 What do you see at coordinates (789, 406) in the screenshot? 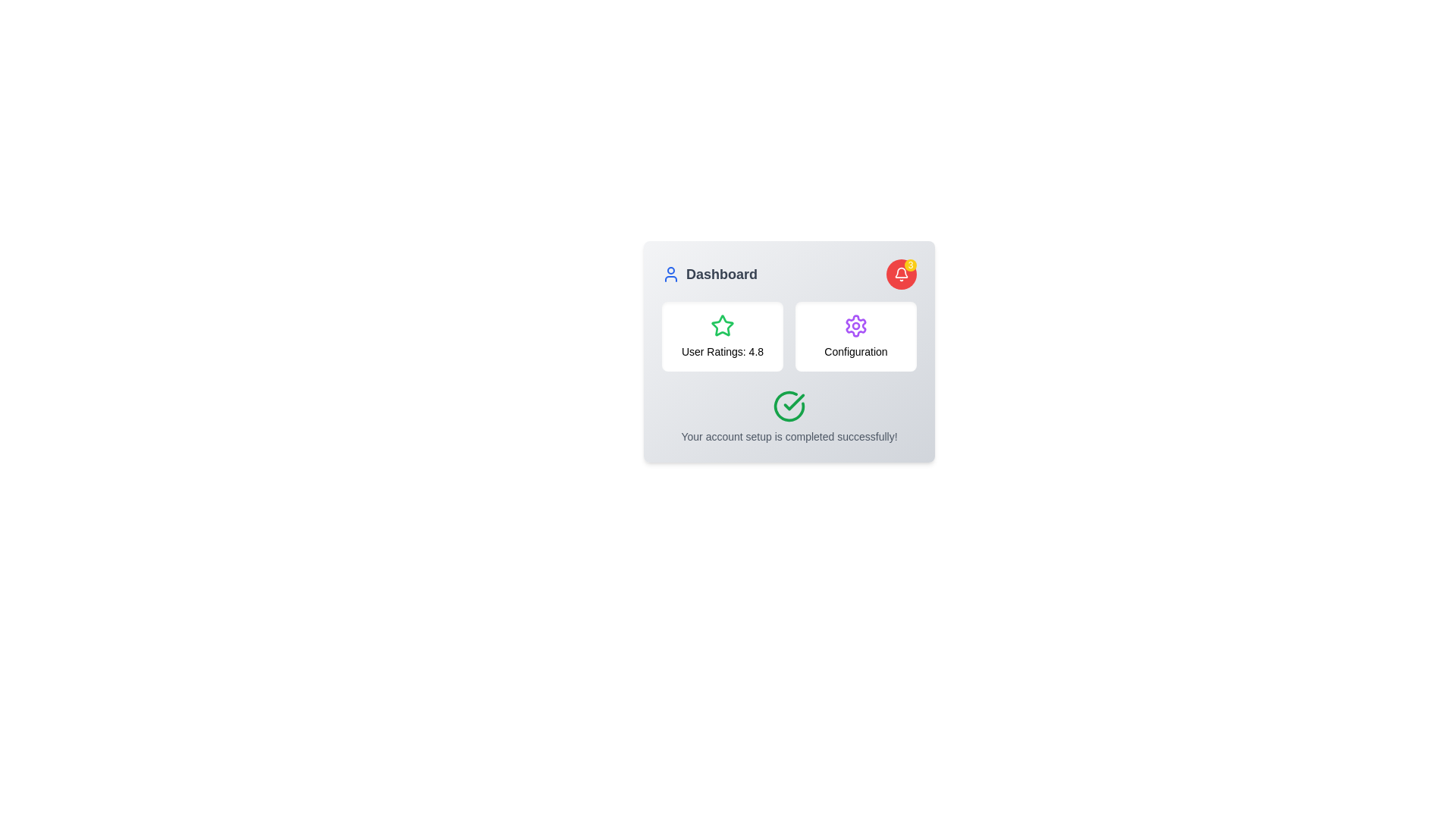
I see `the circular icon with a green check mark that represents confirmation, located centrally within the bottom part of a rectangular card-like section` at bounding box center [789, 406].